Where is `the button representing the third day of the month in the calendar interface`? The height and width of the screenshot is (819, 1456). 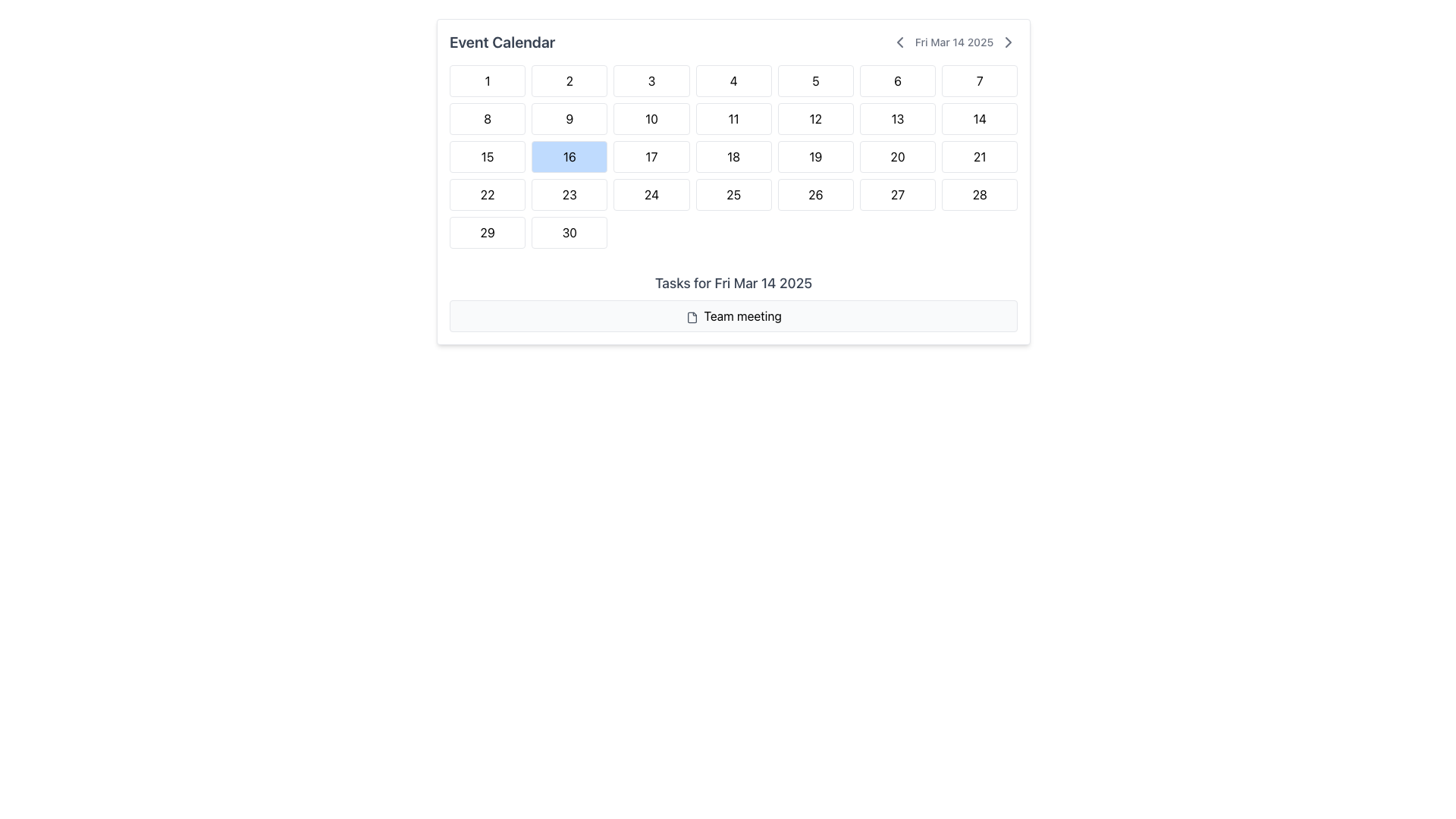 the button representing the third day of the month in the calendar interface is located at coordinates (651, 81).